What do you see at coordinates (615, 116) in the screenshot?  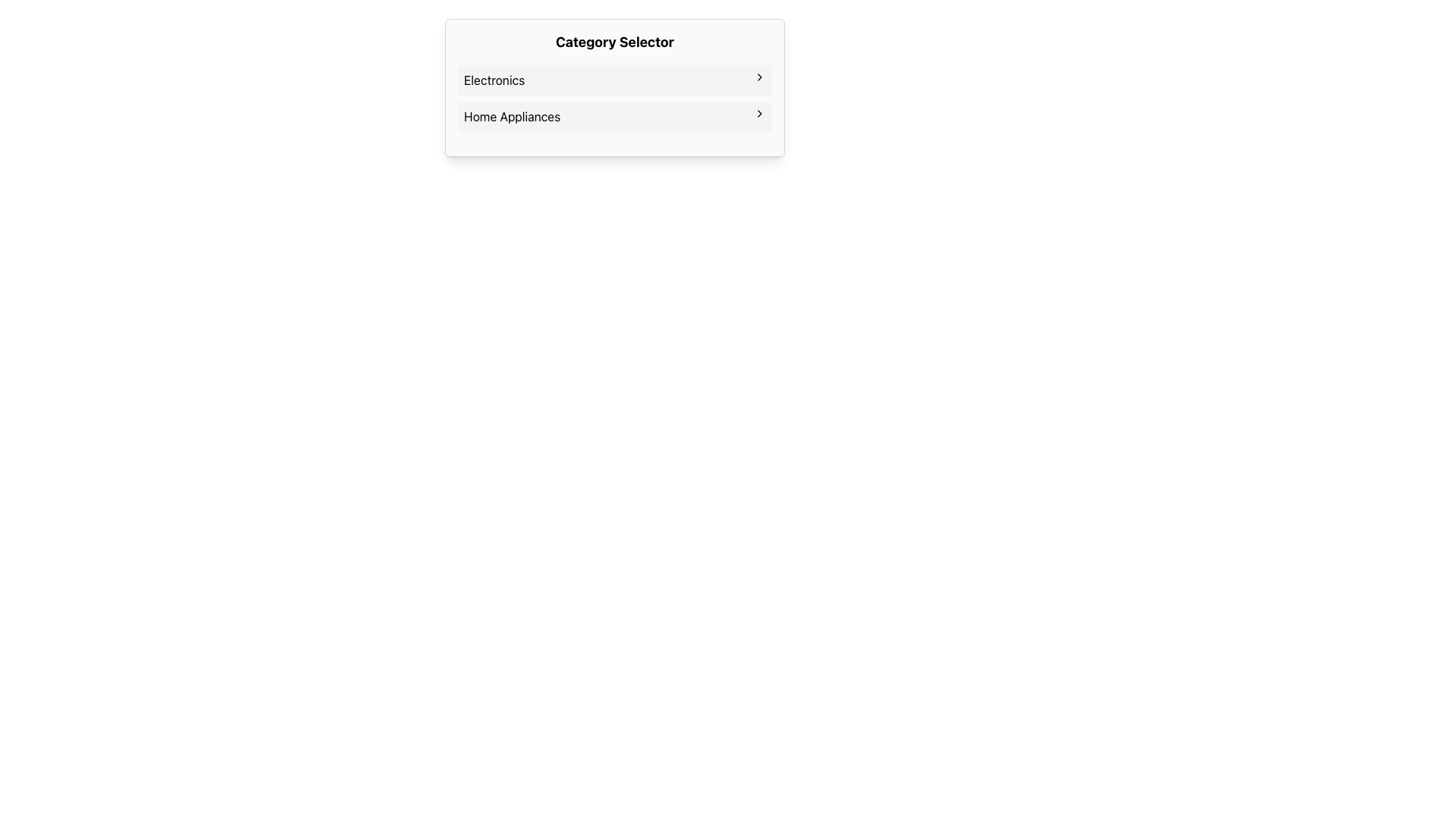 I see `the 'Home Appliances' button located below 'Electronics' in the navigation list` at bounding box center [615, 116].